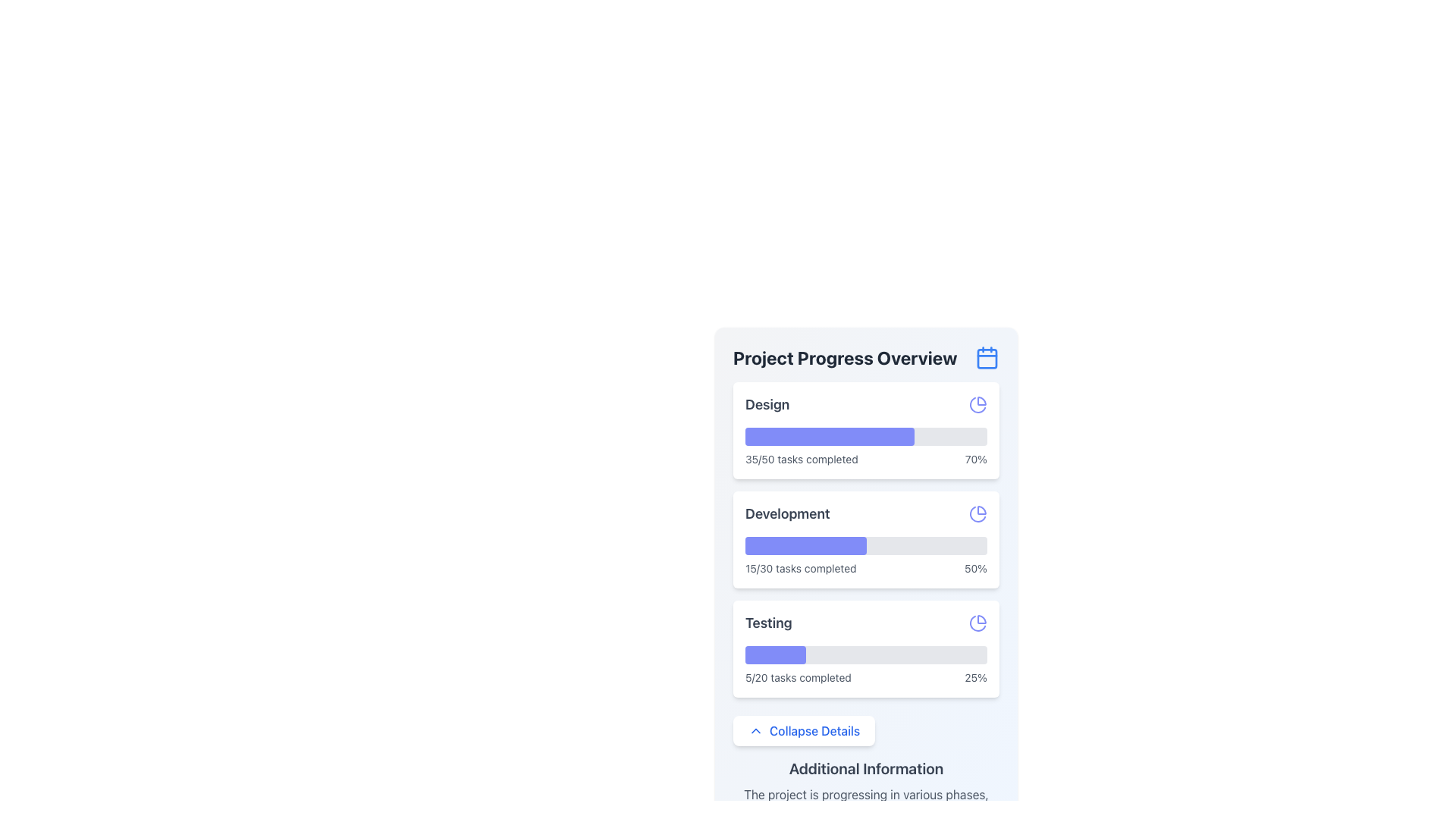 The image size is (1456, 819). What do you see at coordinates (756, 730) in the screenshot?
I see `the upward-pointing chevron-shaped icon, rendered in thin blue lines, located to the left of the 'Collapse Details' text` at bounding box center [756, 730].